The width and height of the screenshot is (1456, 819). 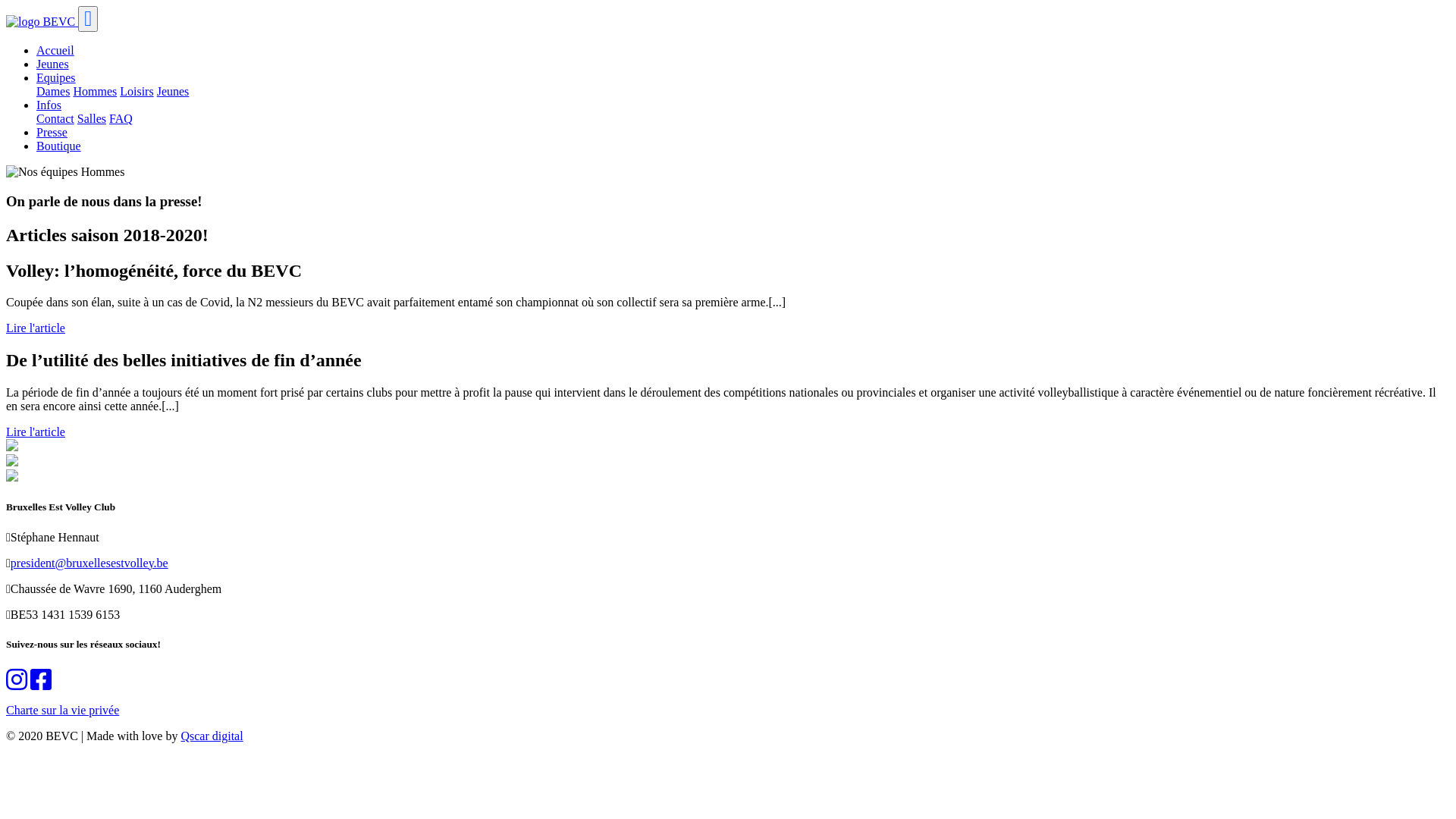 What do you see at coordinates (52, 63) in the screenshot?
I see `'Jeunes'` at bounding box center [52, 63].